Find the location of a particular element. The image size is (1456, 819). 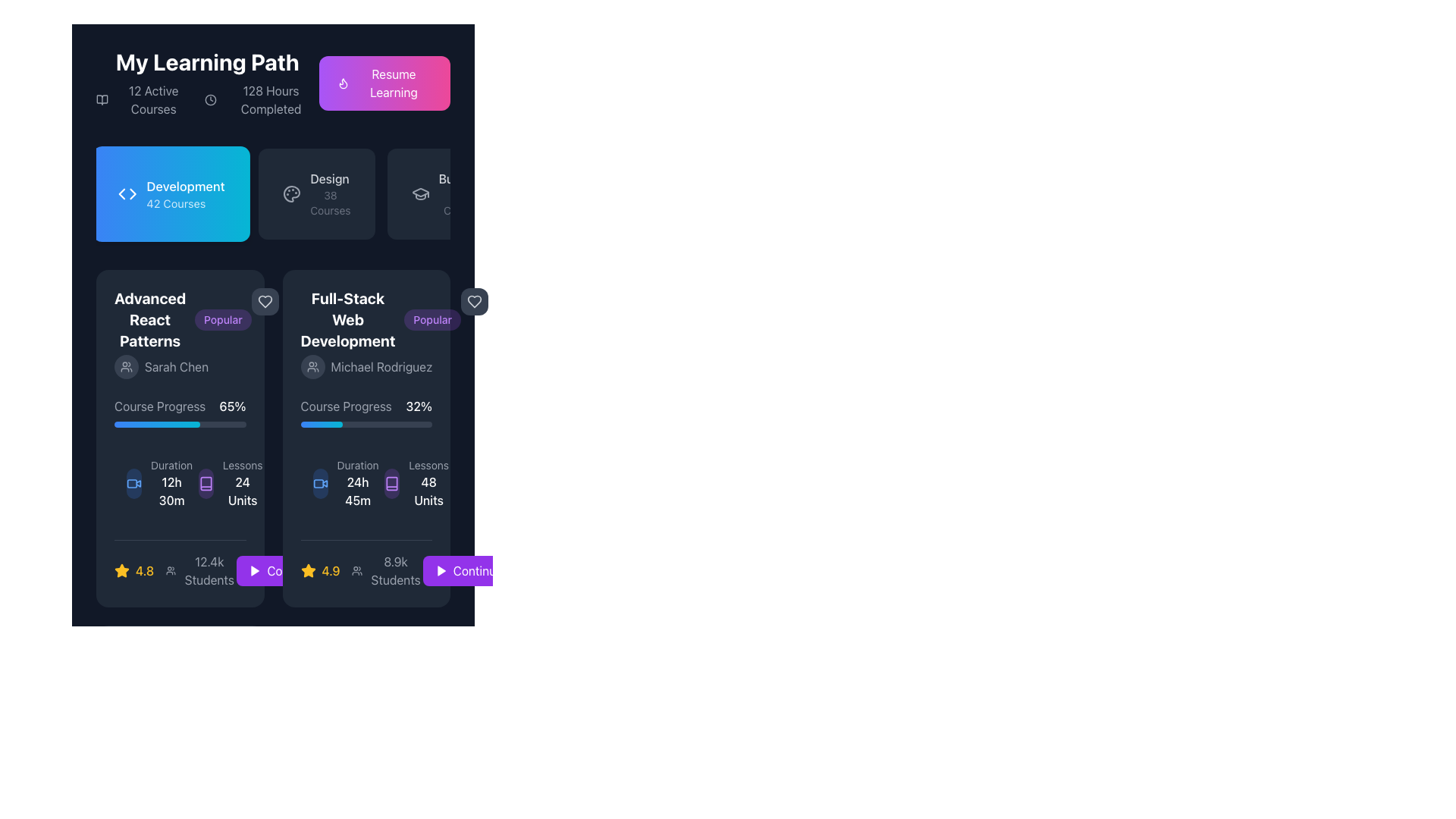

the circular purple icon featuring a book symbol, located in the bottom portion of the left course card labeled 'Advanced React Patterns', positioned below 'Course Progress' and next to 'Lessons 24 Units' is located at coordinates (205, 483).